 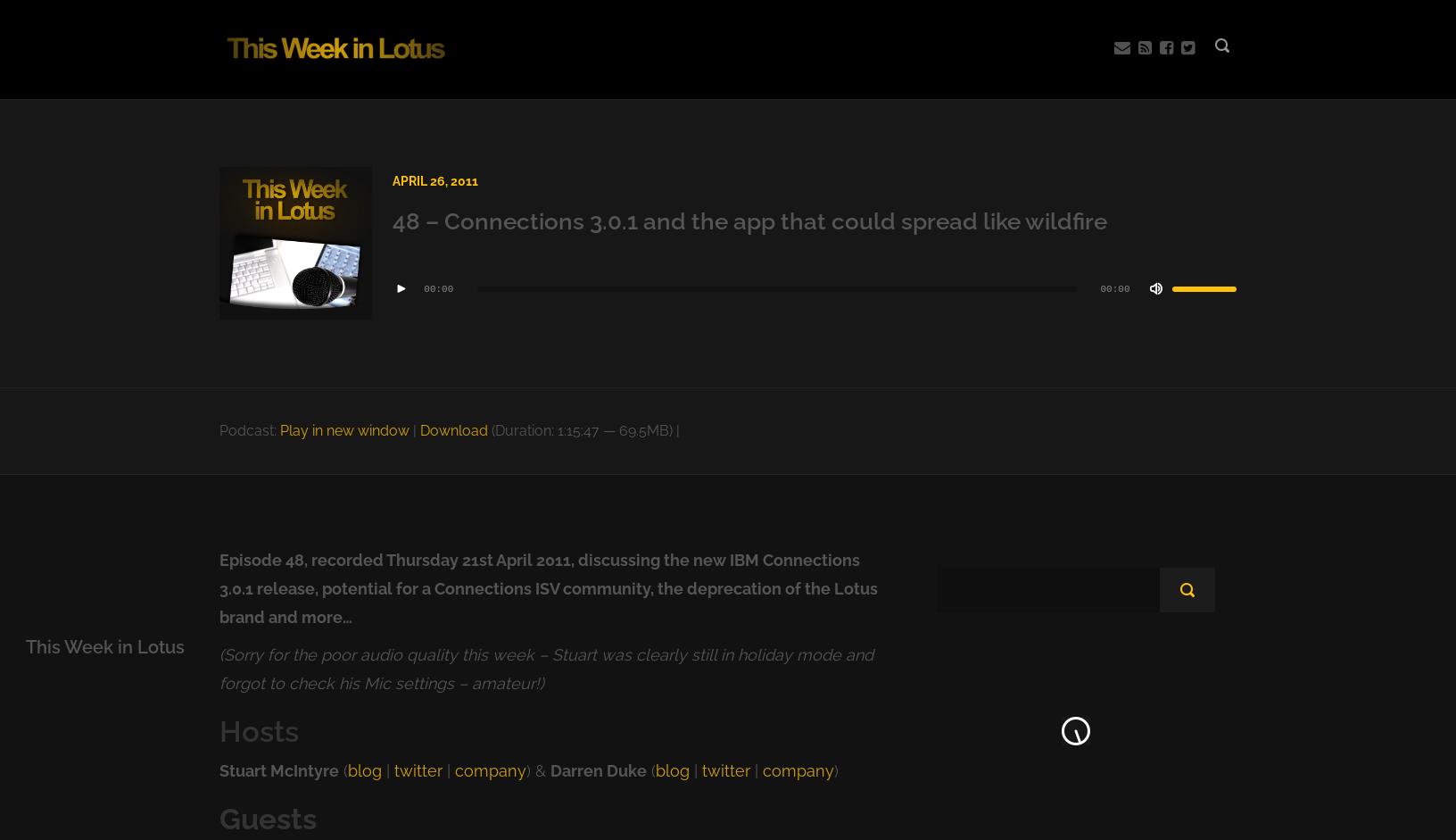 I want to click on 'April 26, 2011', so click(x=433, y=180).